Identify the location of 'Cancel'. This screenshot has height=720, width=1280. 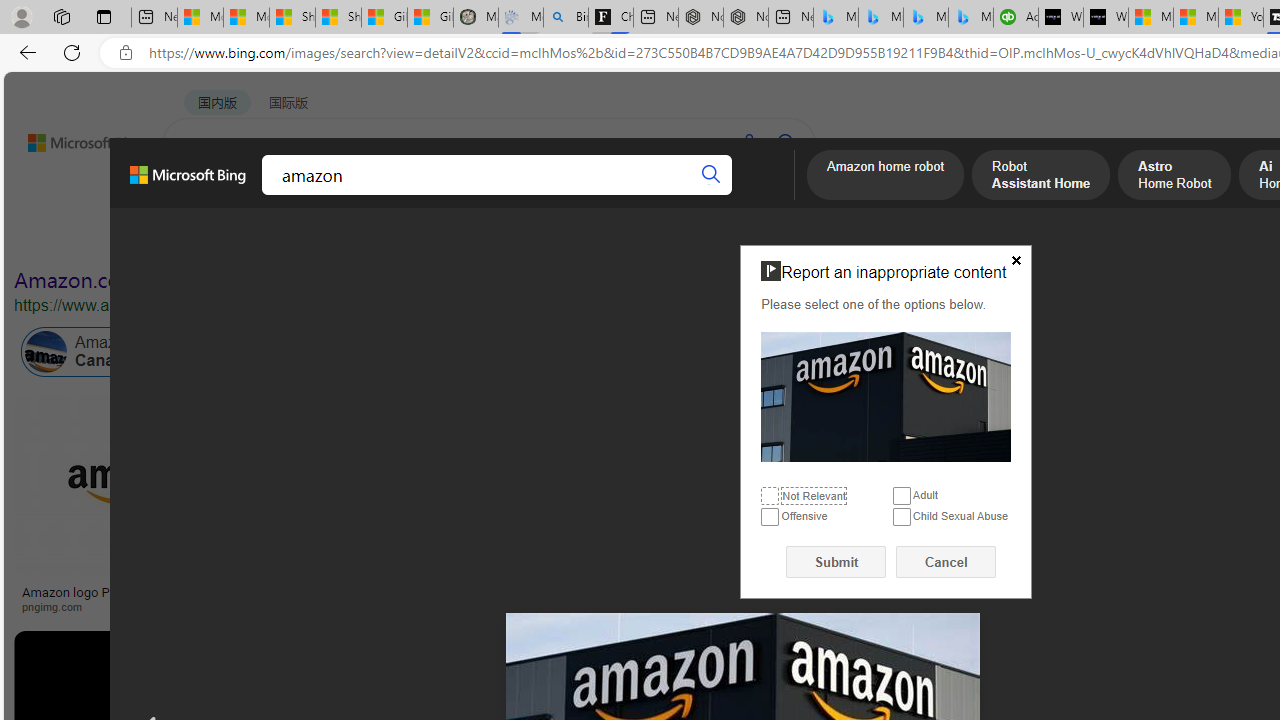
(945, 562).